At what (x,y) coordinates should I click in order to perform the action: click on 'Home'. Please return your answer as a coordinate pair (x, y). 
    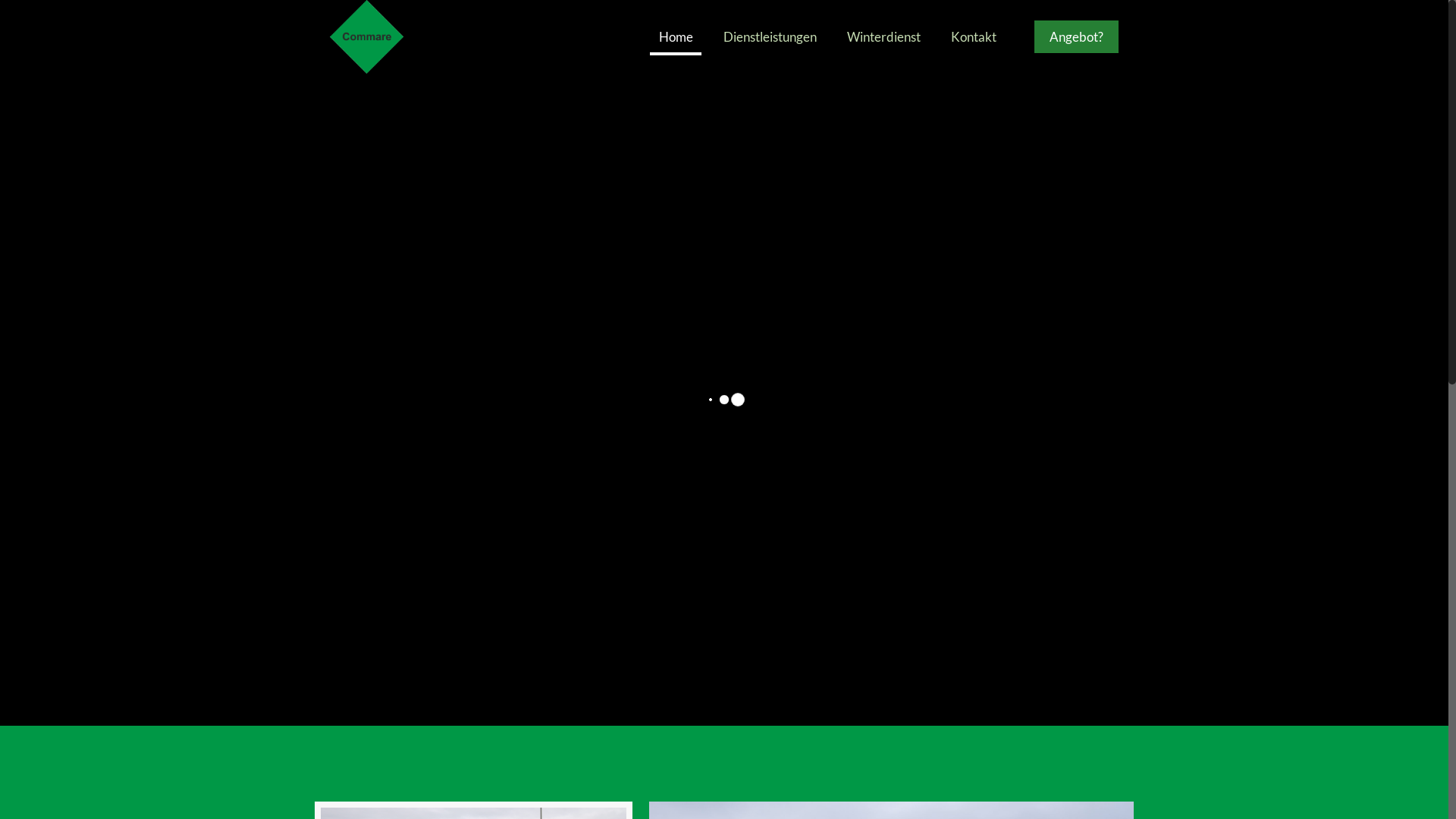
    Looking at the image, I should click on (644, 36).